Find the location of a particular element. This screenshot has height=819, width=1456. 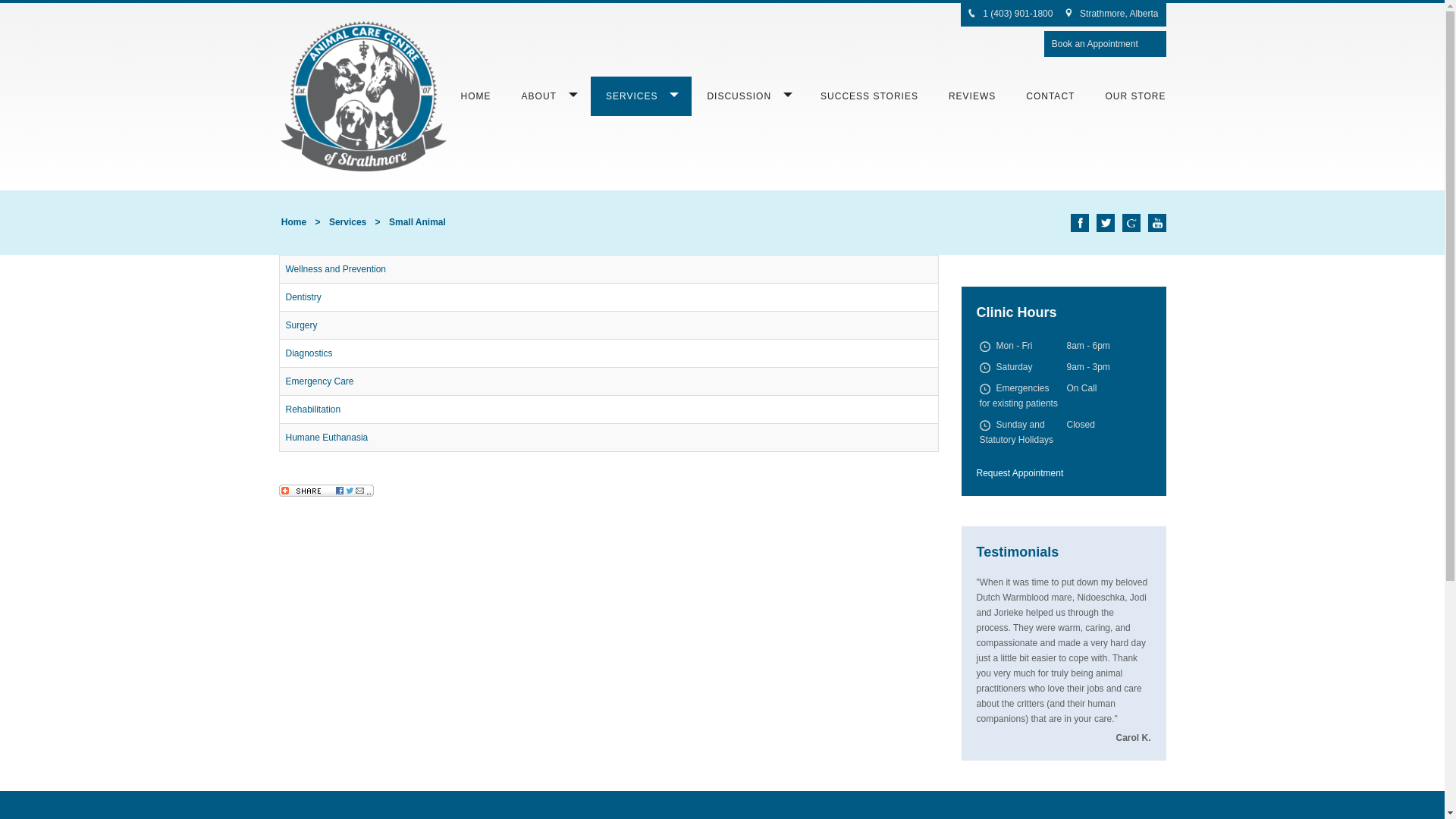

'Rehabilitation' is located at coordinates (284, 409).